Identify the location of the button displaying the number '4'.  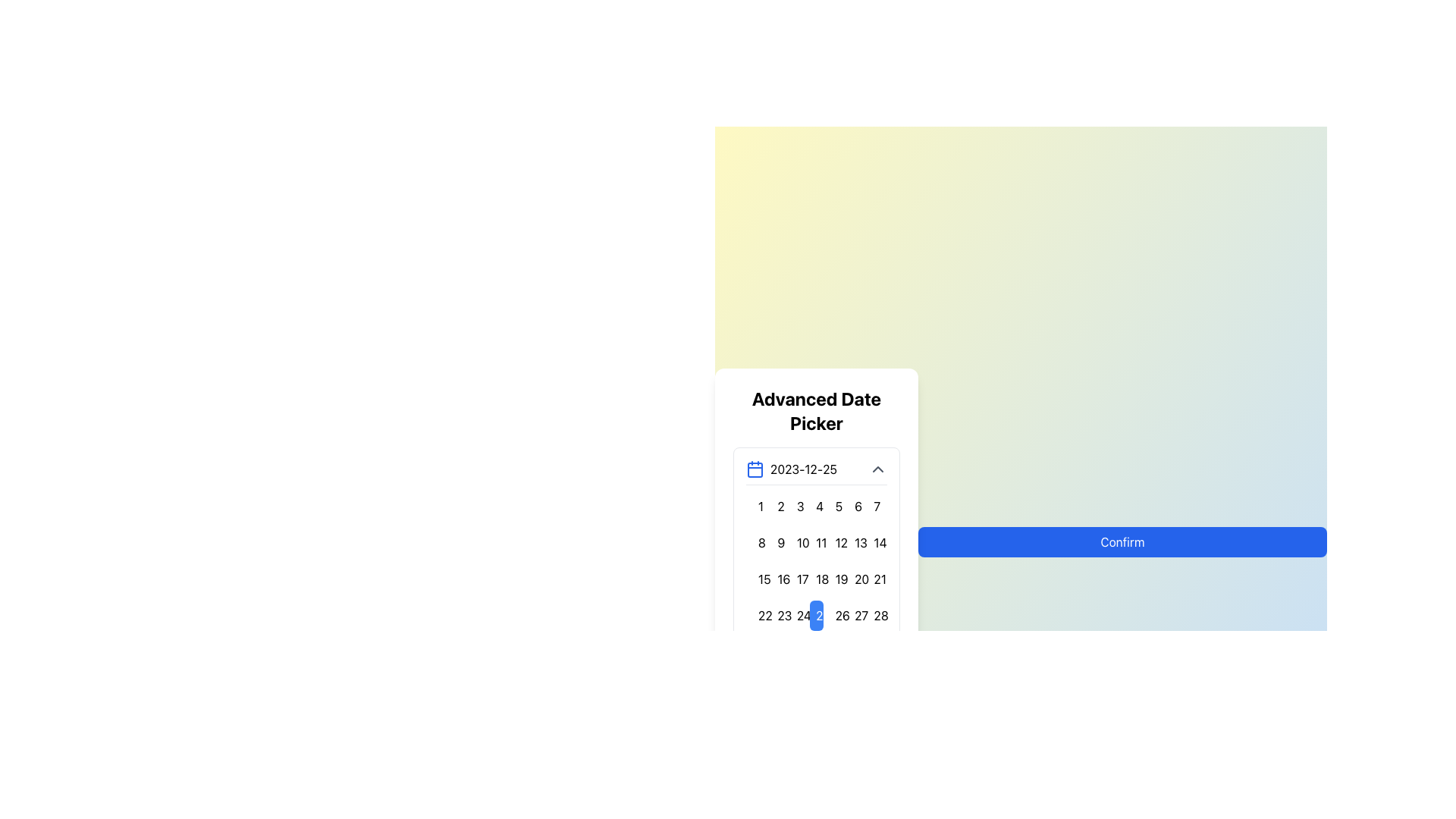
(815, 506).